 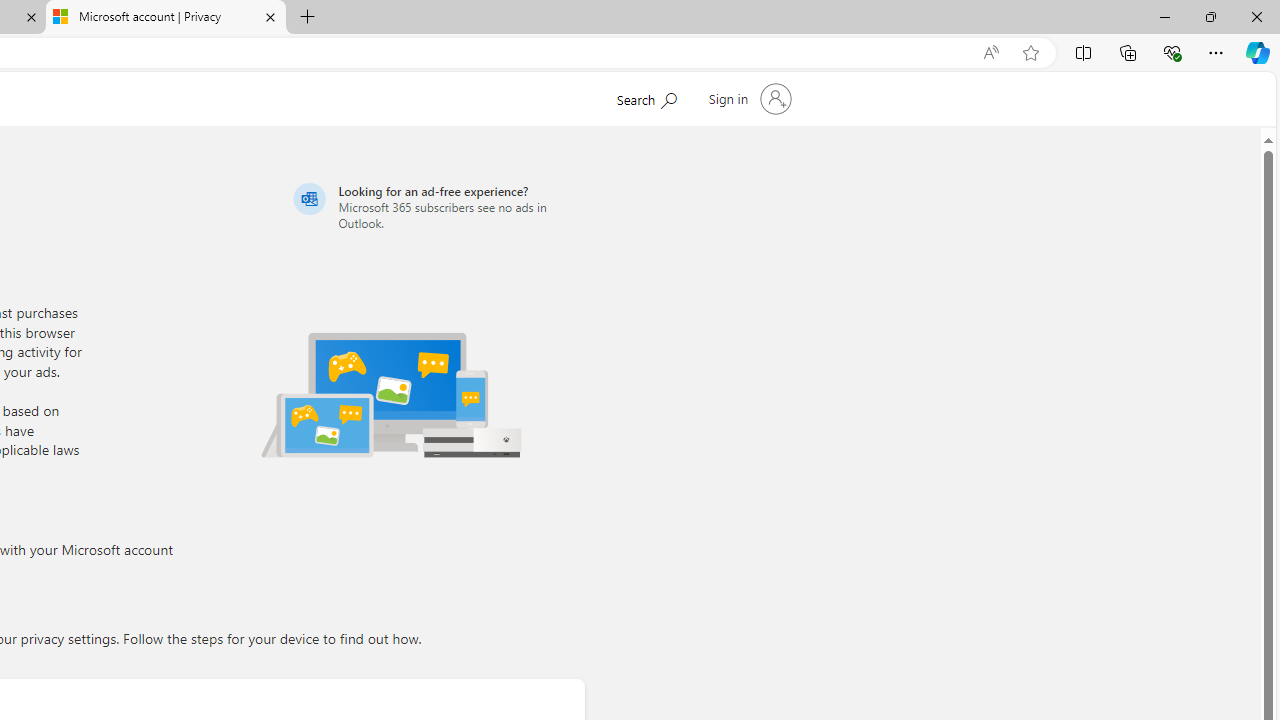 What do you see at coordinates (166, 17) in the screenshot?
I see `'Microsoft account | Privacy'` at bounding box center [166, 17].